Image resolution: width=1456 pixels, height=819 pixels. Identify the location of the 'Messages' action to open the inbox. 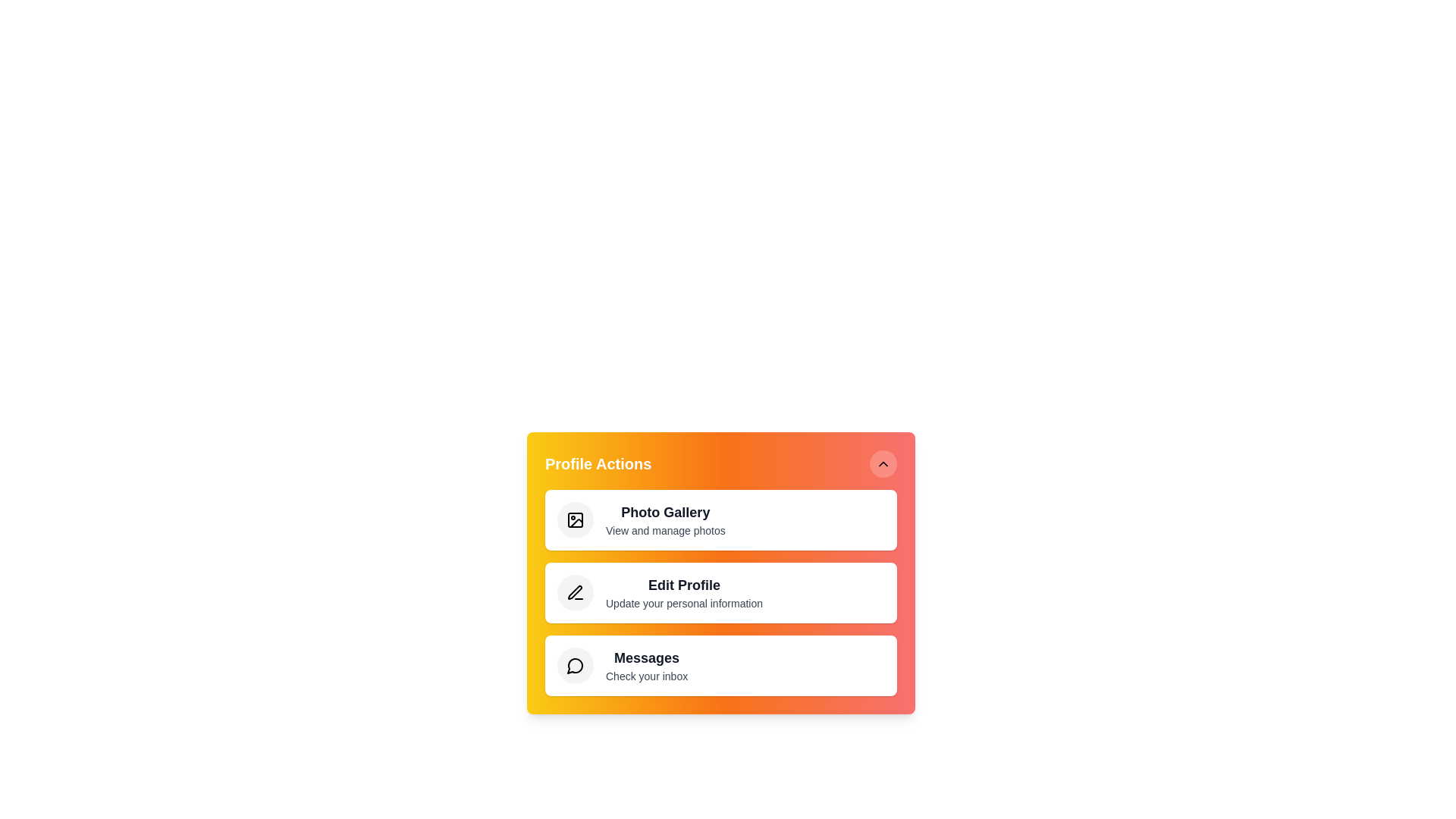
(720, 665).